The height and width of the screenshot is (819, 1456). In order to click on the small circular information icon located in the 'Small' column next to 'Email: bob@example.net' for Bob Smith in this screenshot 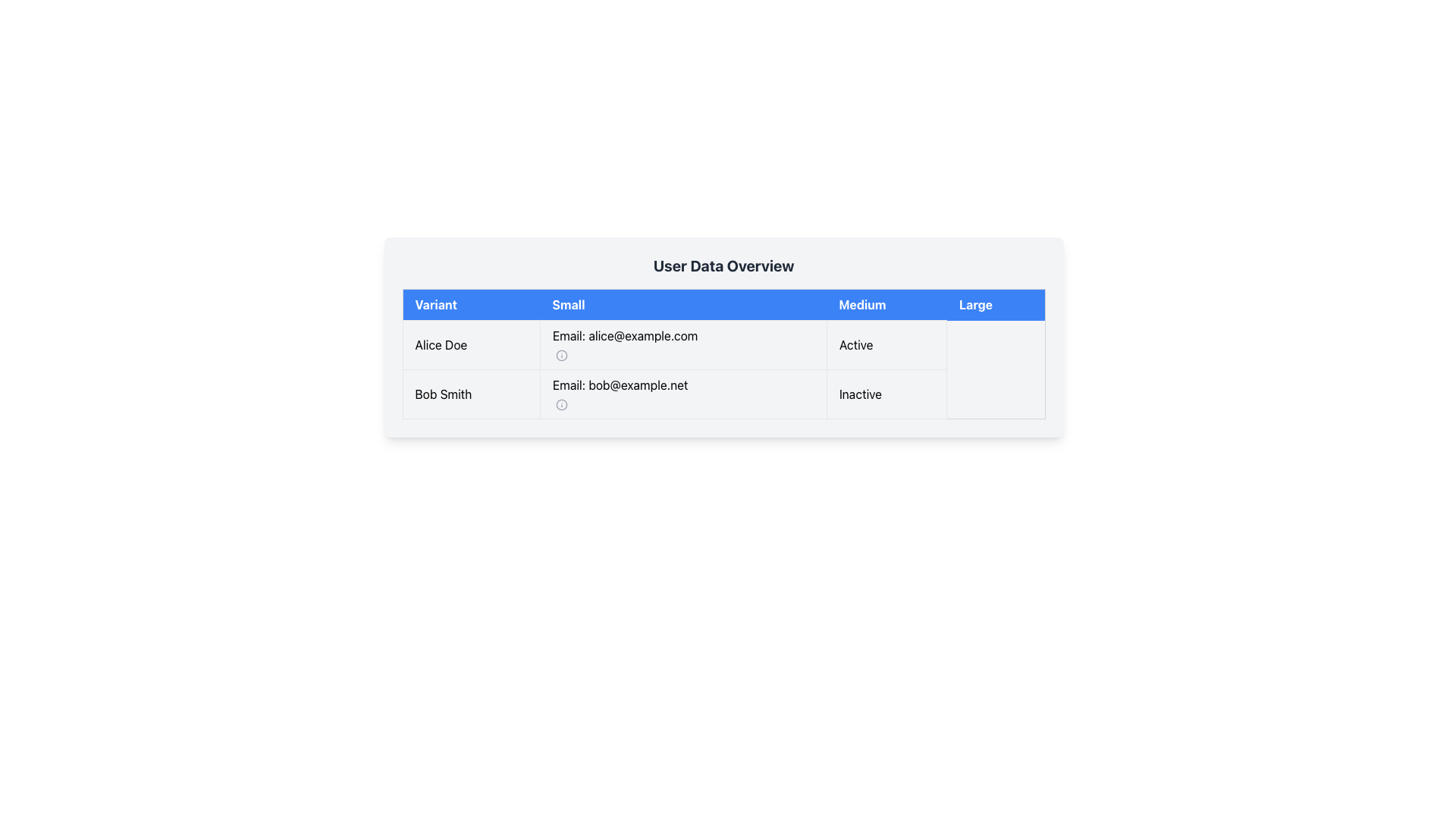, I will do `click(560, 403)`.